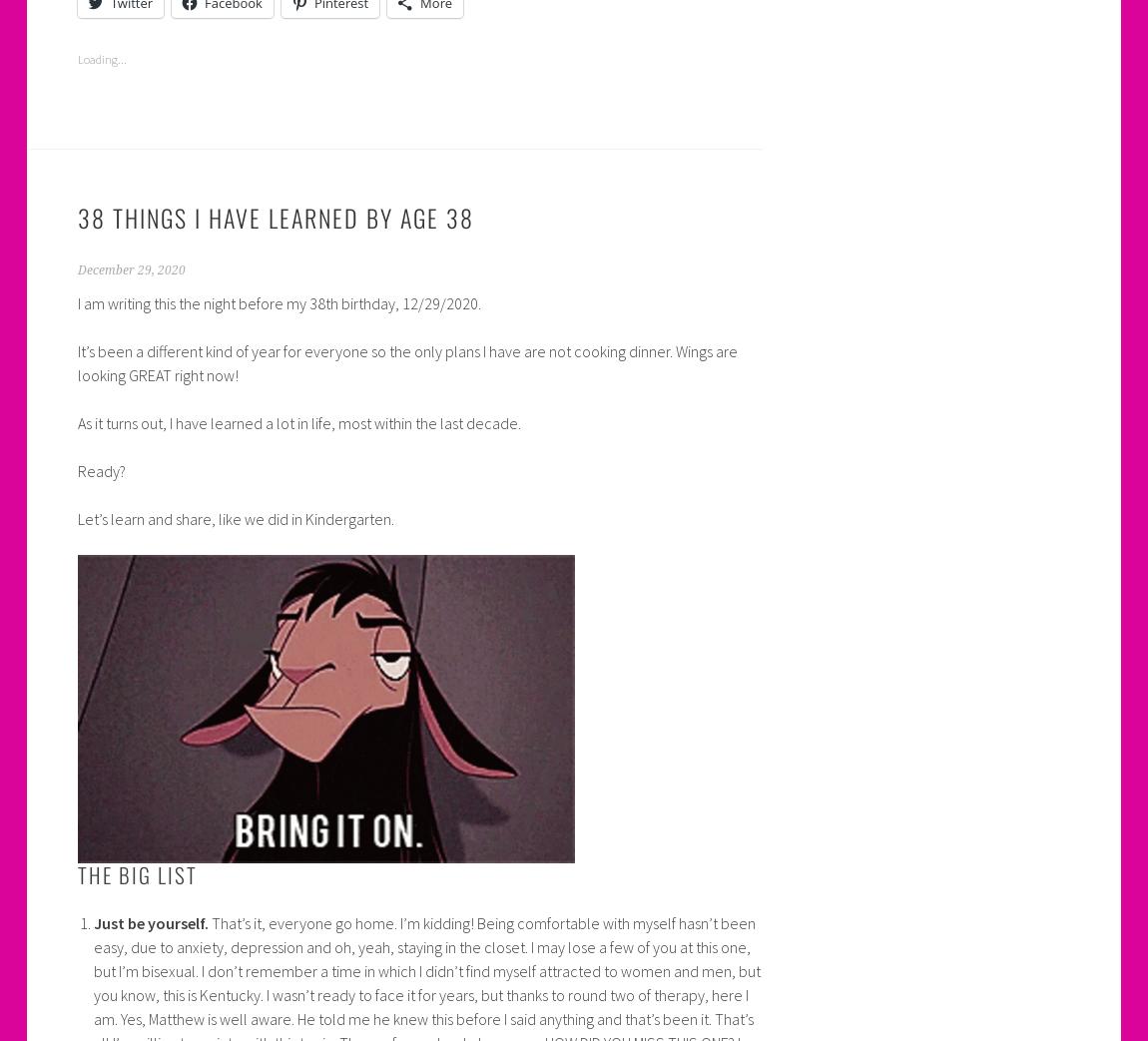  What do you see at coordinates (234, 518) in the screenshot?
I see `'Let’s learn and share, like we did in Kindergarten.'` at bounding box center [234, 518].